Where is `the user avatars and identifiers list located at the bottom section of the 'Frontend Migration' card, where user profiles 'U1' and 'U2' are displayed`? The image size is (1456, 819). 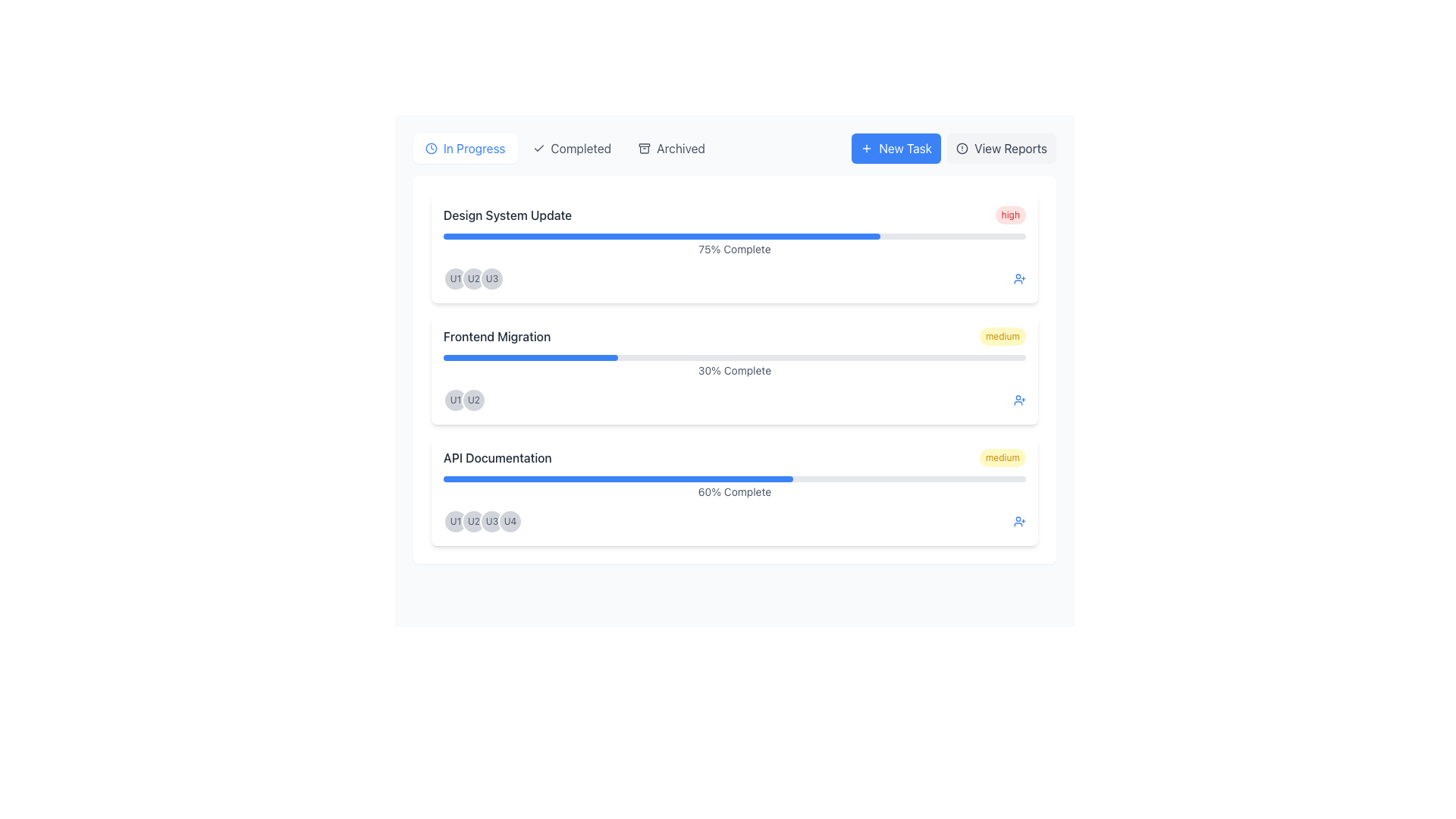
the user avatars and identifiers list located at the bottom section of the 'Frontend Migration' card, where user profiles 'U1' and 'U2' are displayed is located at coordinates (735, 400).